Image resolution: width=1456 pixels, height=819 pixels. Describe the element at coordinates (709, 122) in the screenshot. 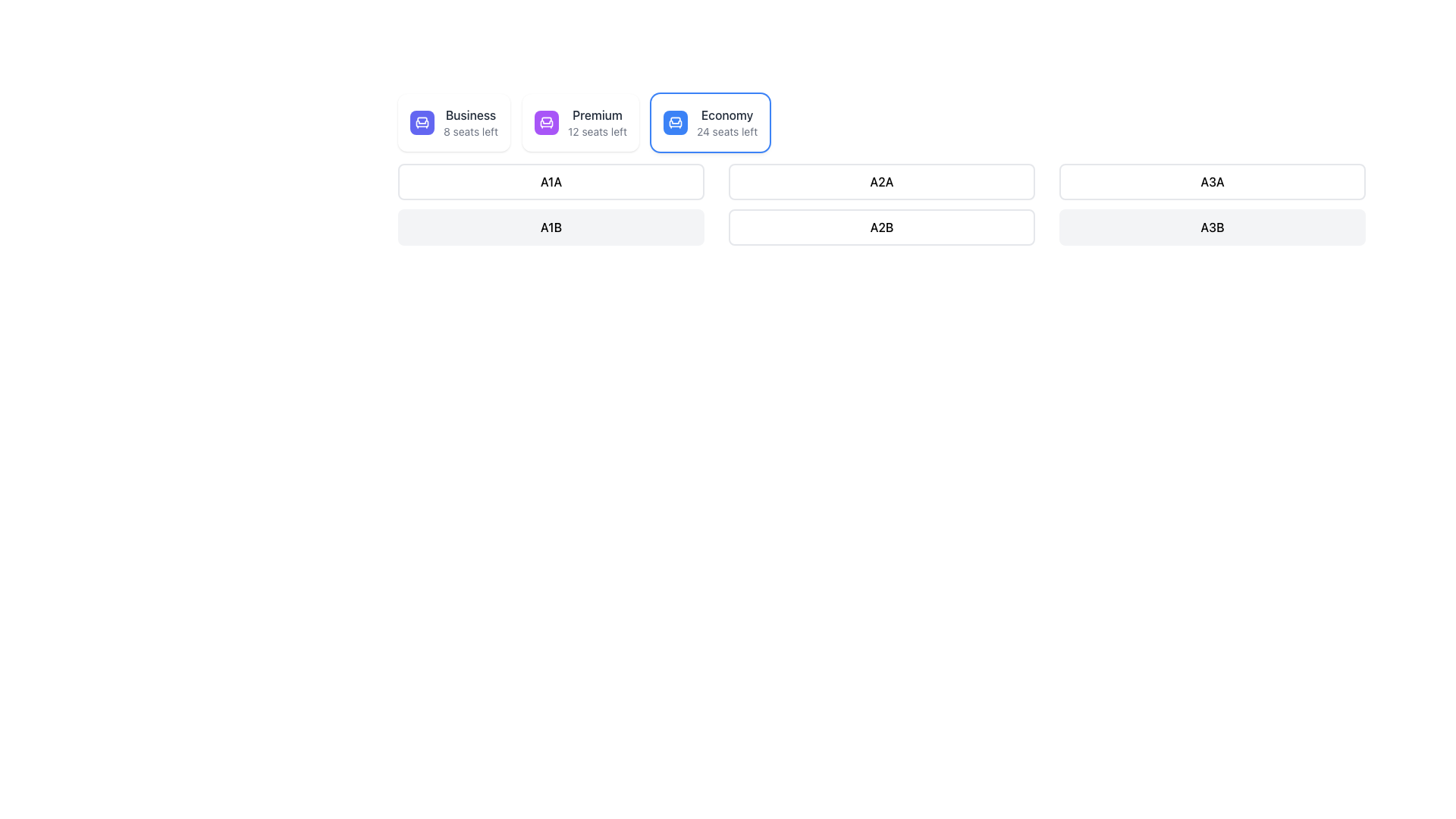

I see `the 'Economy' class seating option button` at that location.